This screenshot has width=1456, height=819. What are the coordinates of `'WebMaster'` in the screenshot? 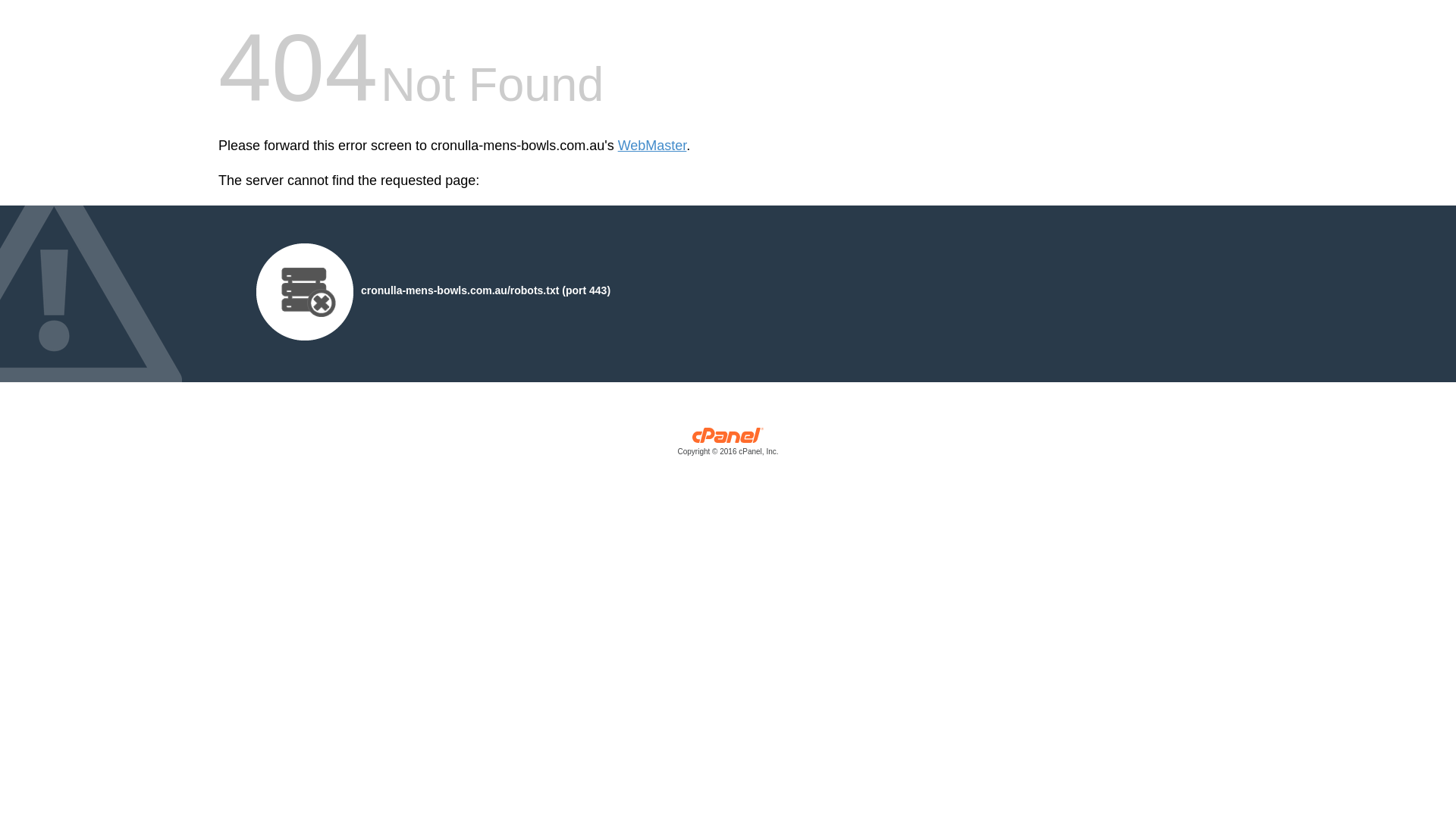 It's located at (618, 146).